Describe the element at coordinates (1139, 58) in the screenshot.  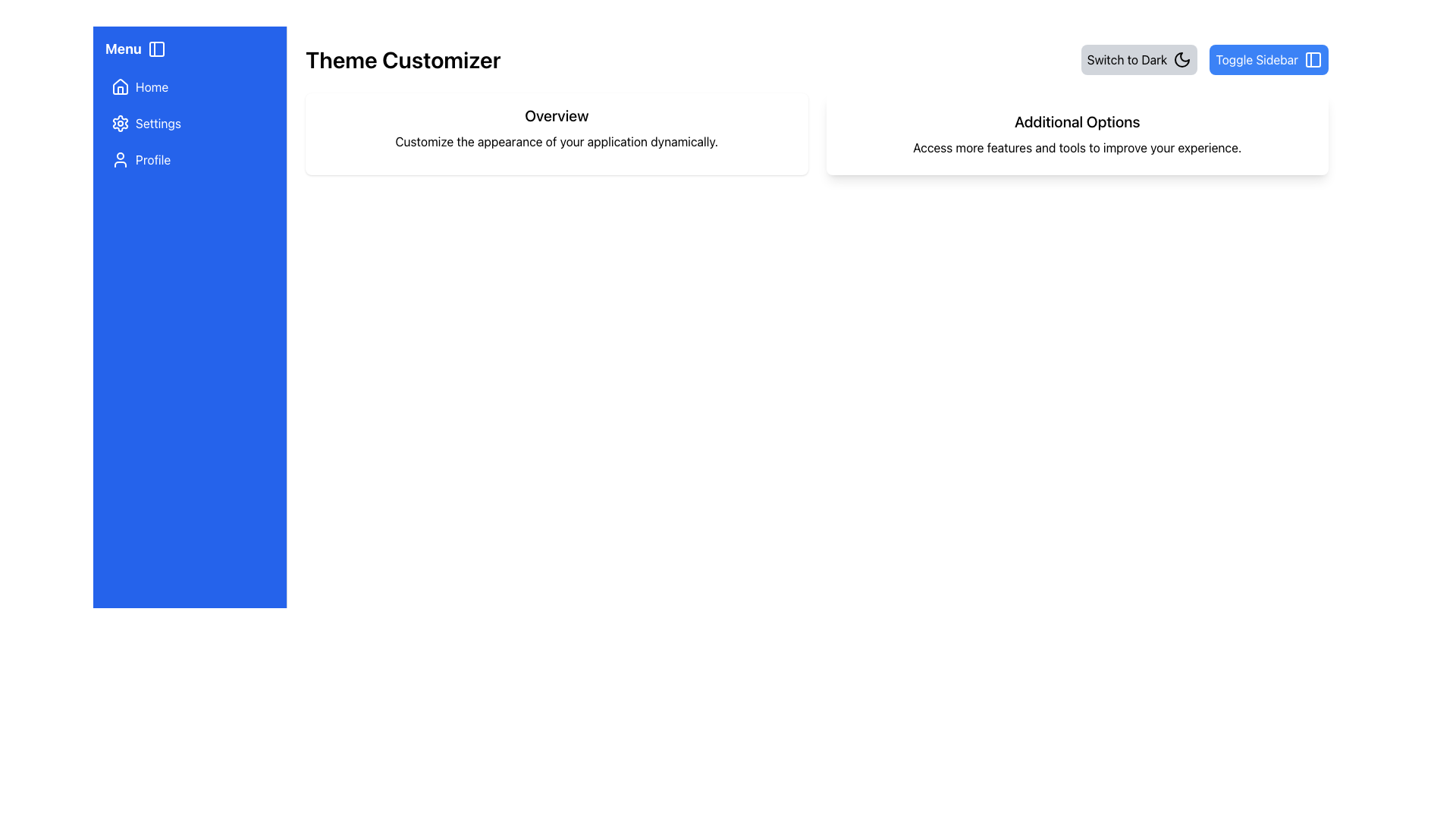
I see `the theme toggle button located in the top-right corner of the interface to switch the application's display mode to dark mode` at that location.